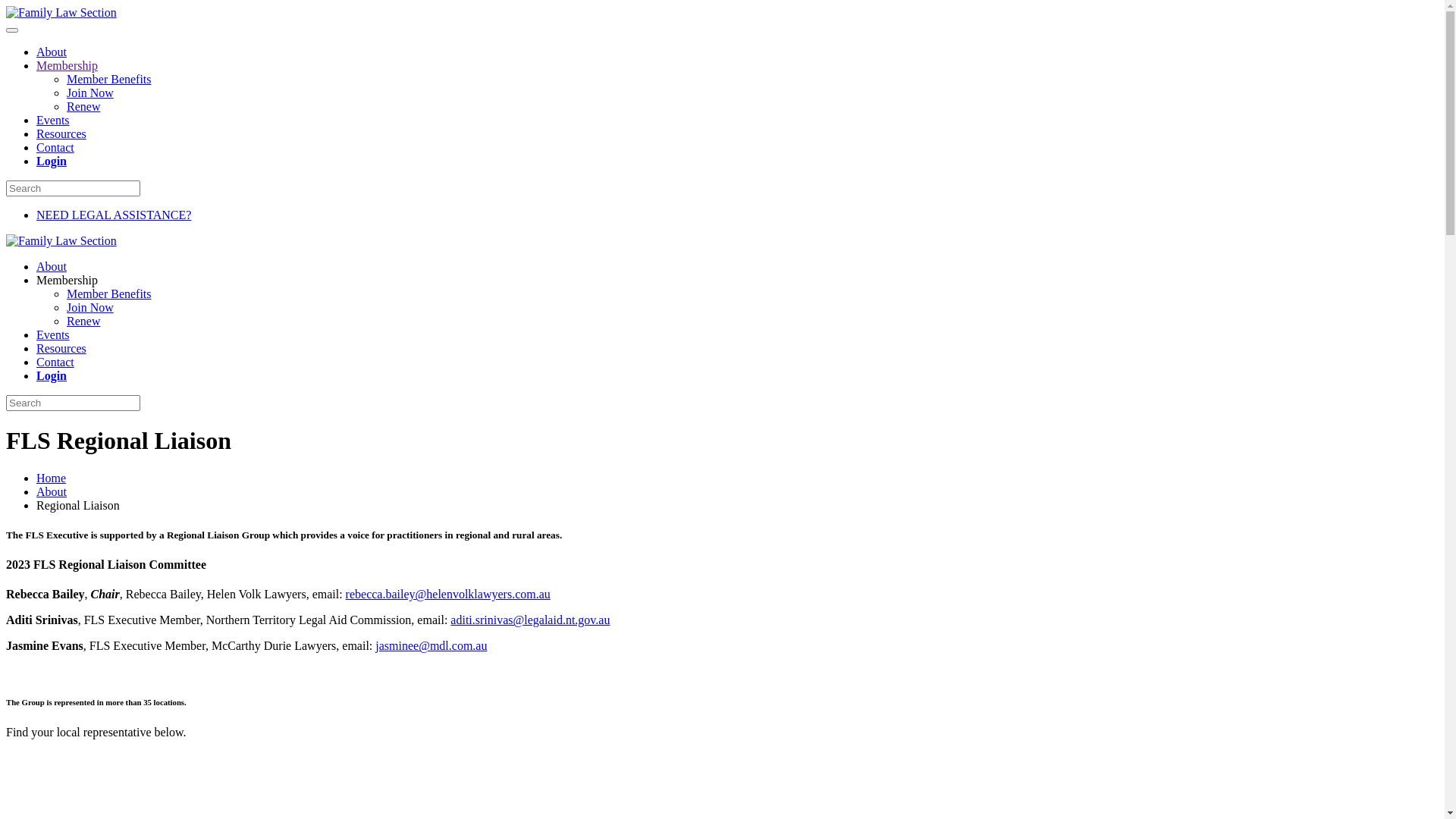 The width and height of the screenshot is (1456, 819). I want to click on 'rebecca.bailey@helenvolklawyers.com.au', so click(345, 593).